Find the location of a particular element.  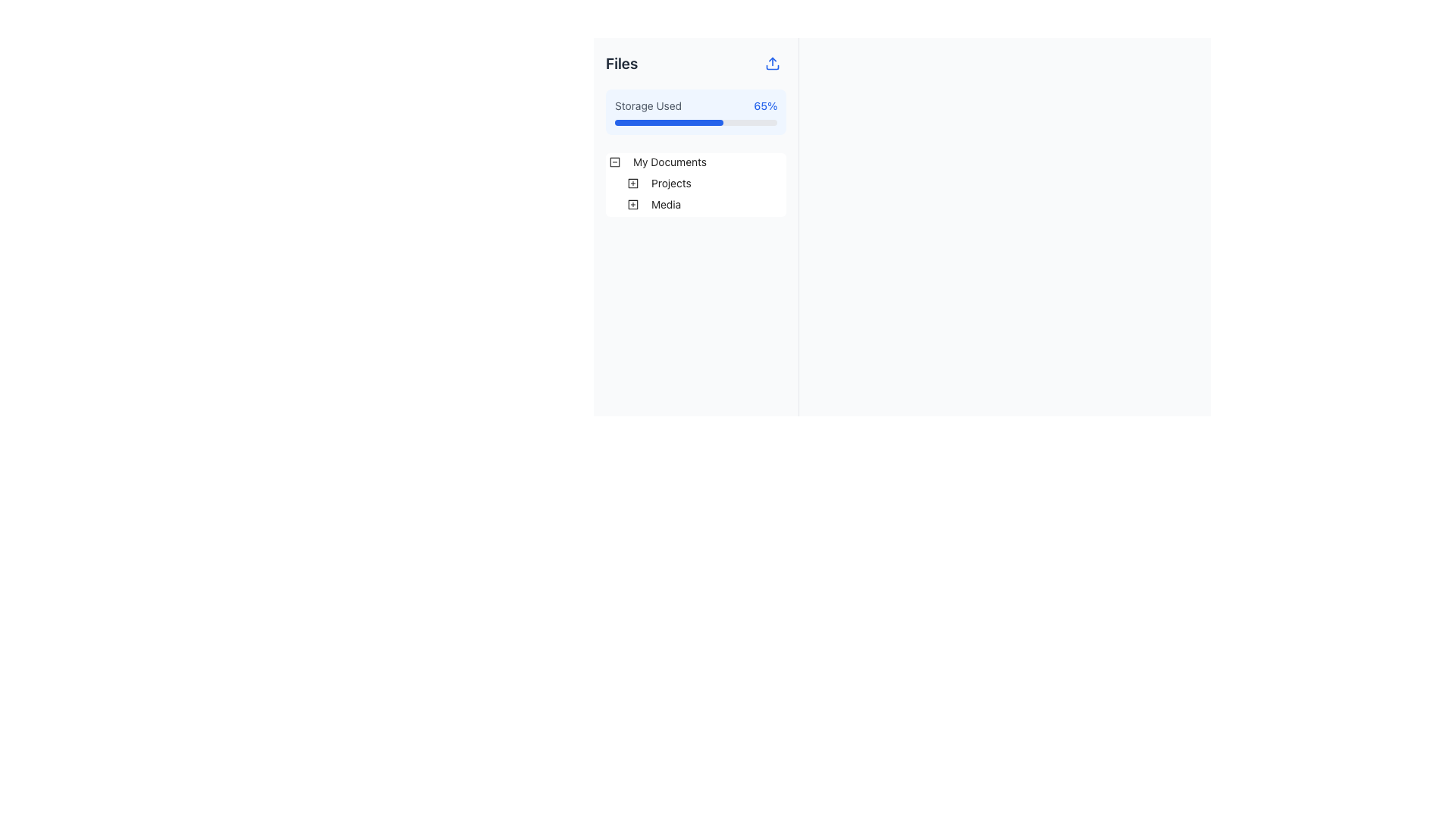

the 'My Documents' tree node item is located at coordinates (669, 162).